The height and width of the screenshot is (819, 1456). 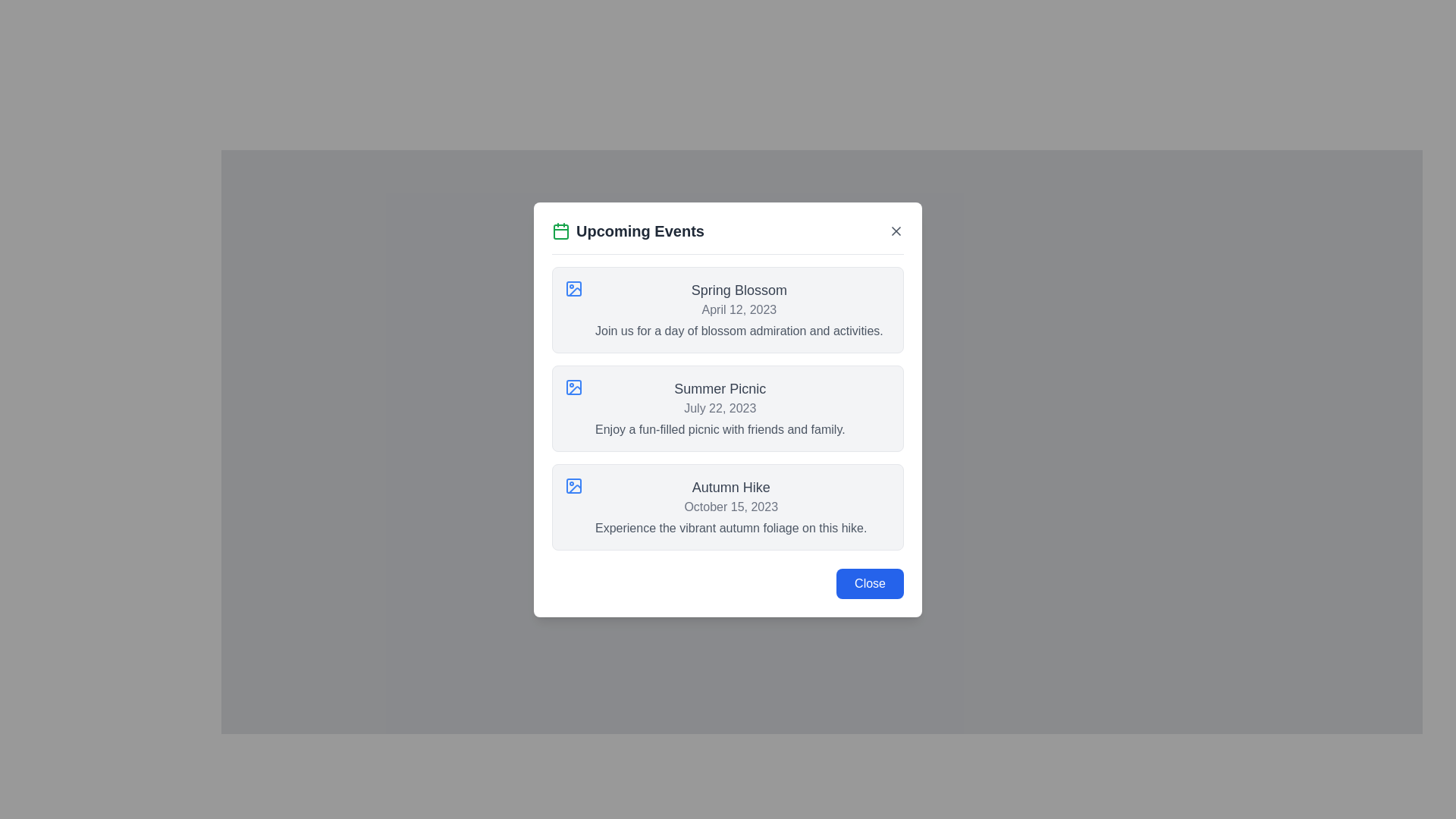 What do you see at coordinates (719, 388) in the screenshot?
I see `the text element displaying the title 'Summer Picnic' in bold gray font, which is located in the second section of a popup labeled 'Upcoming Events'` at bounding box center [719, 388].